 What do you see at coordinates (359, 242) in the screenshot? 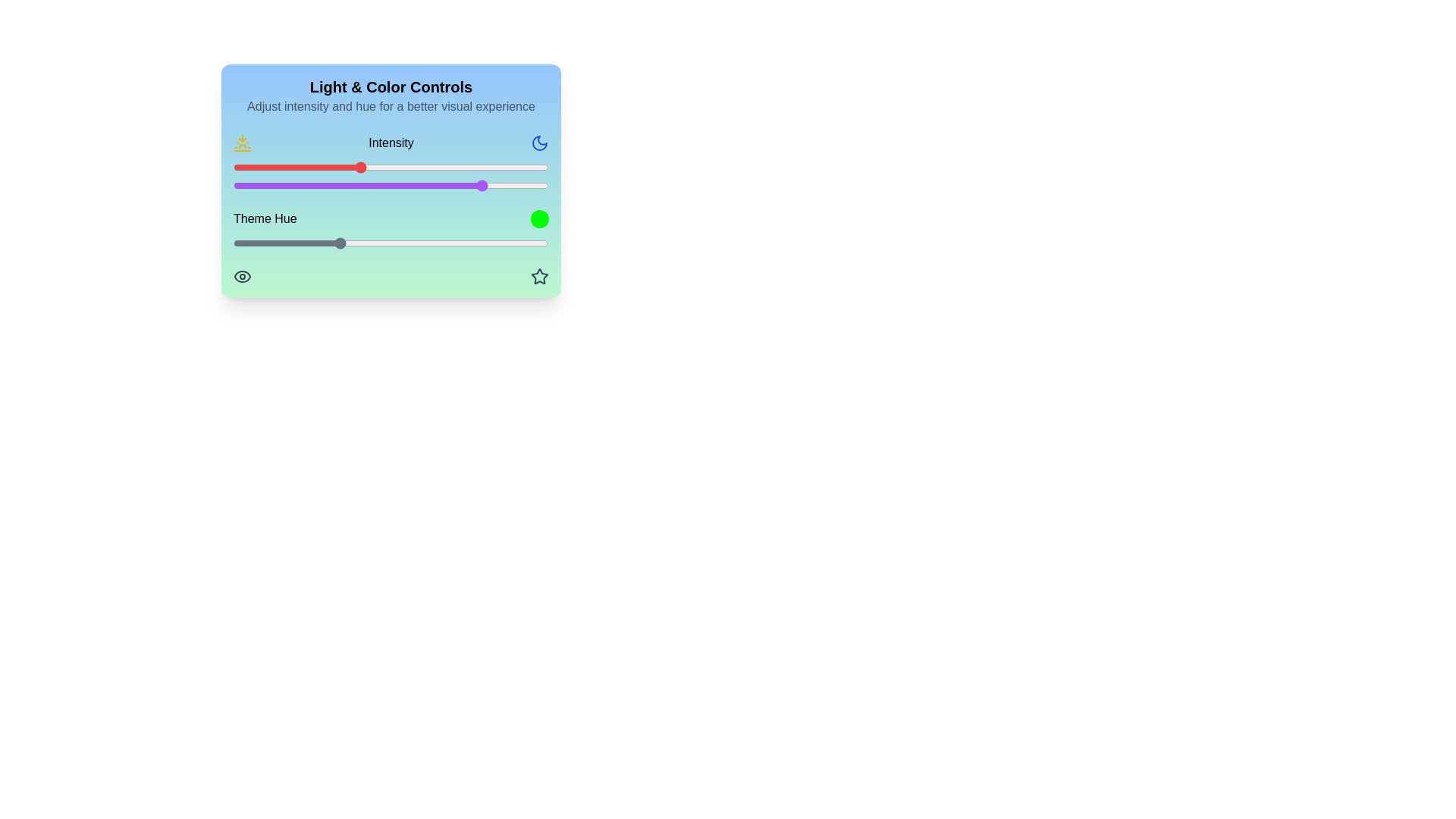
I see `the slider value` at bounding box center [359, 242].